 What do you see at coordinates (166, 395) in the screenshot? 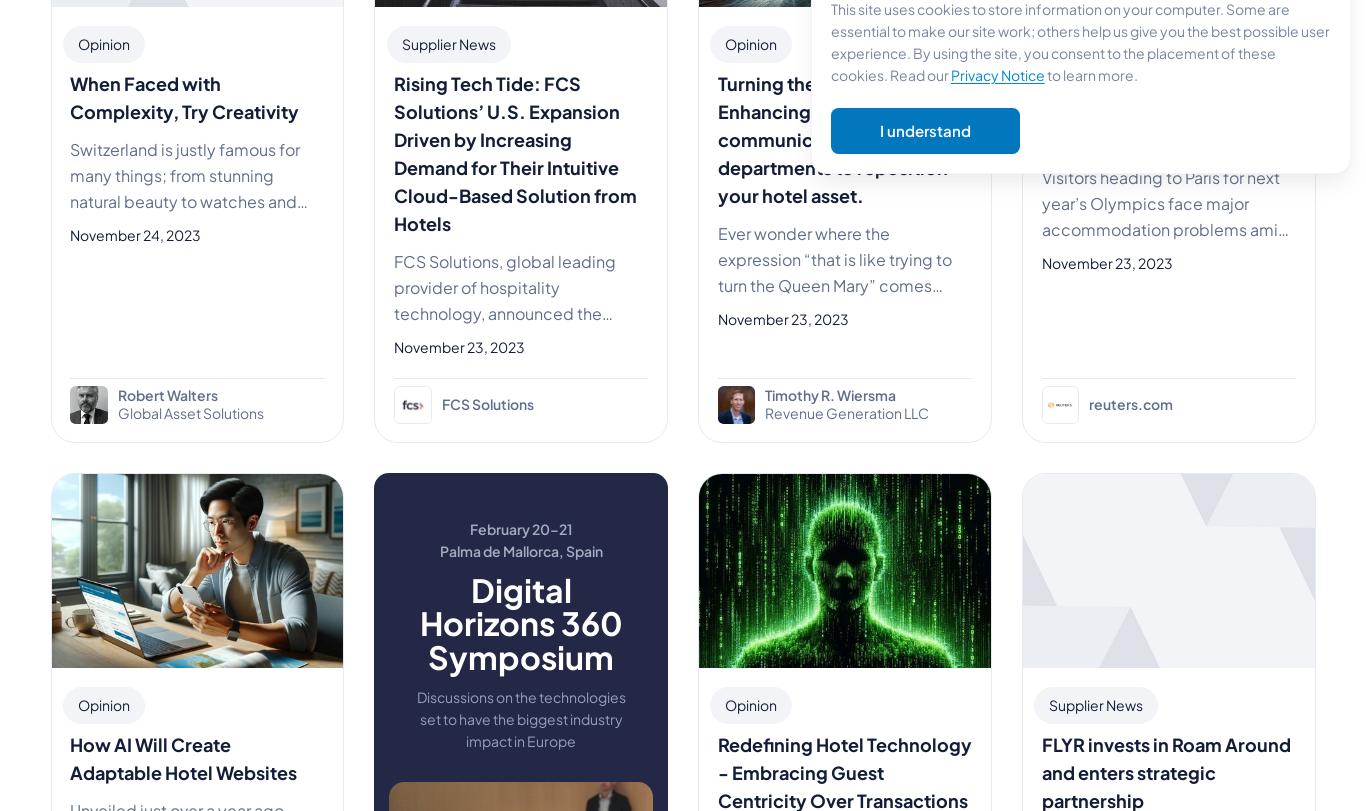
I see `'Robert Walters'` at bounding box center [166, 395].